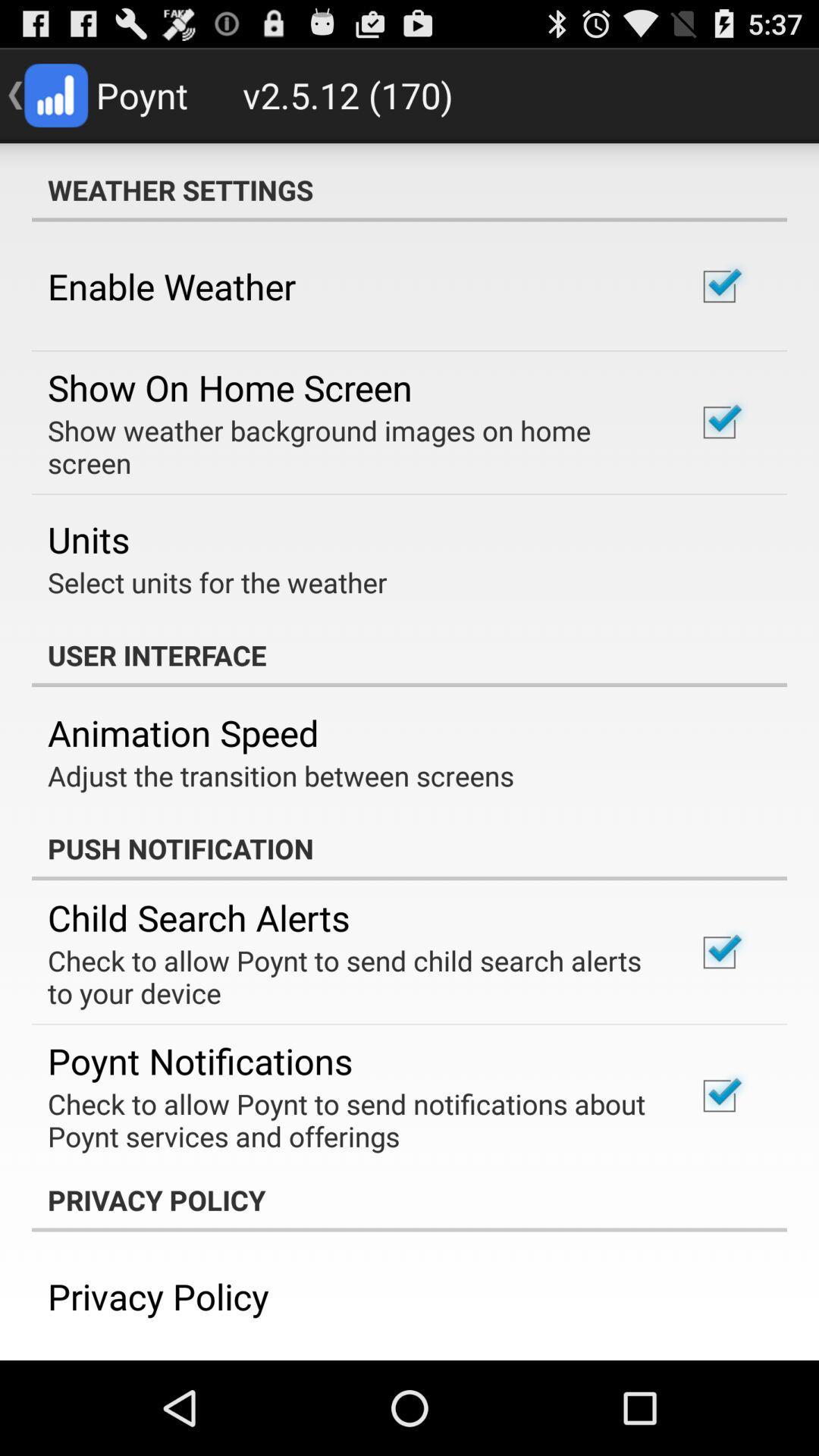 This screenshot has height=1456, width=819. I want to click on icon below show on home, so click(351, 446).